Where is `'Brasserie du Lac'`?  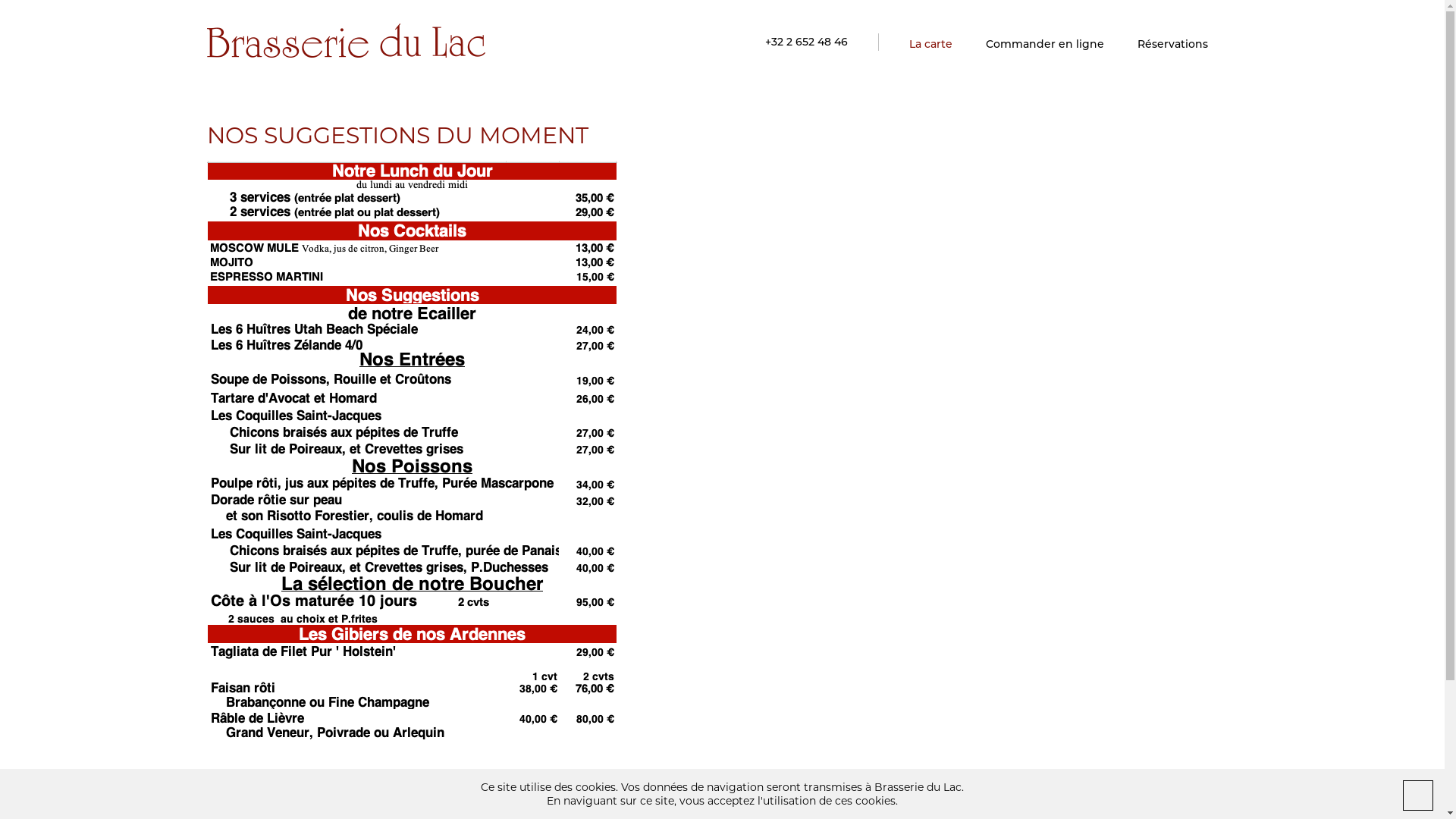 'Brasserie du Lac' is located at coordinates (344, 39).